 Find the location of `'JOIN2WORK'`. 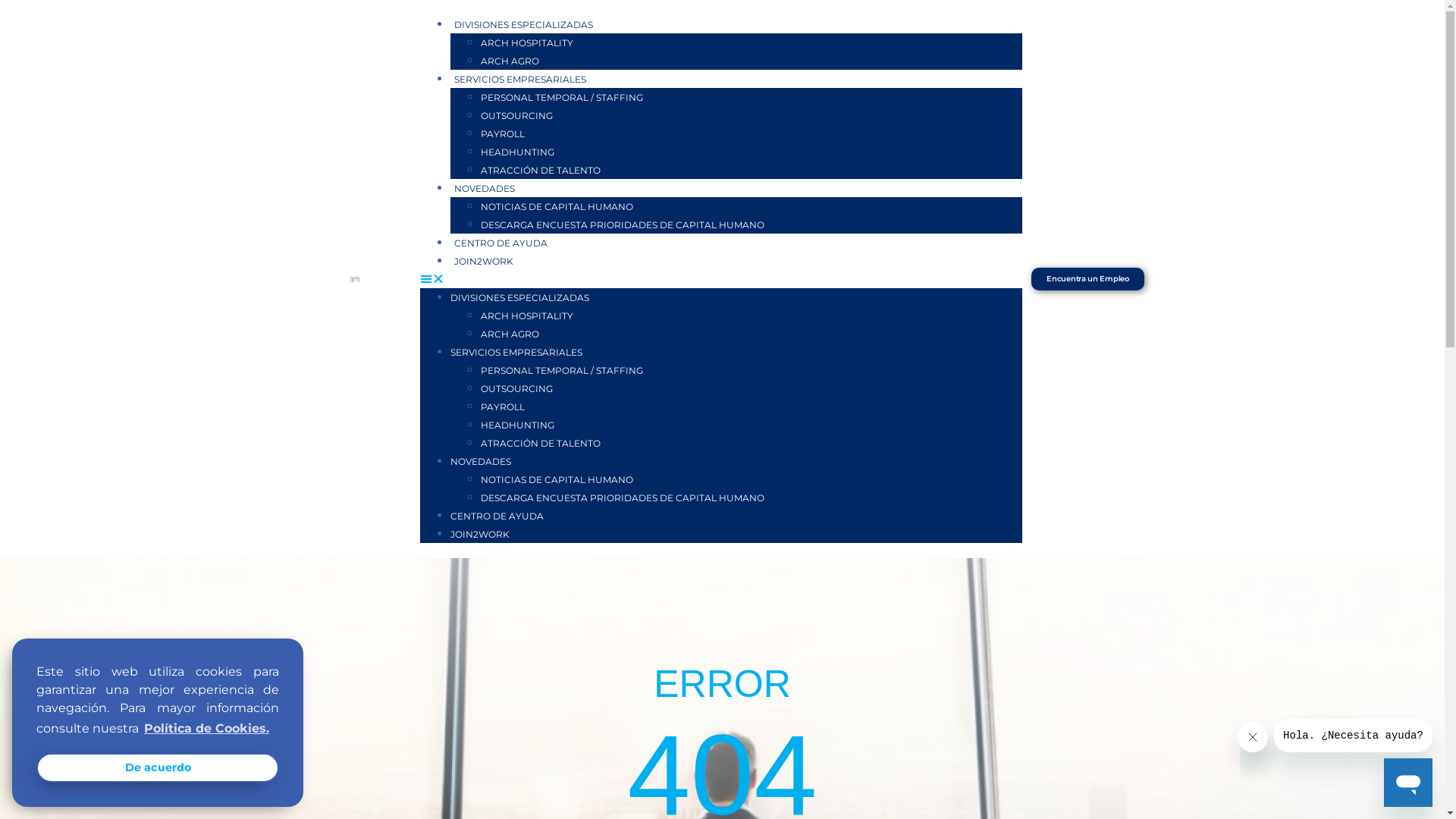

'JOIN2WORK' is located at coordinates (479, 533).